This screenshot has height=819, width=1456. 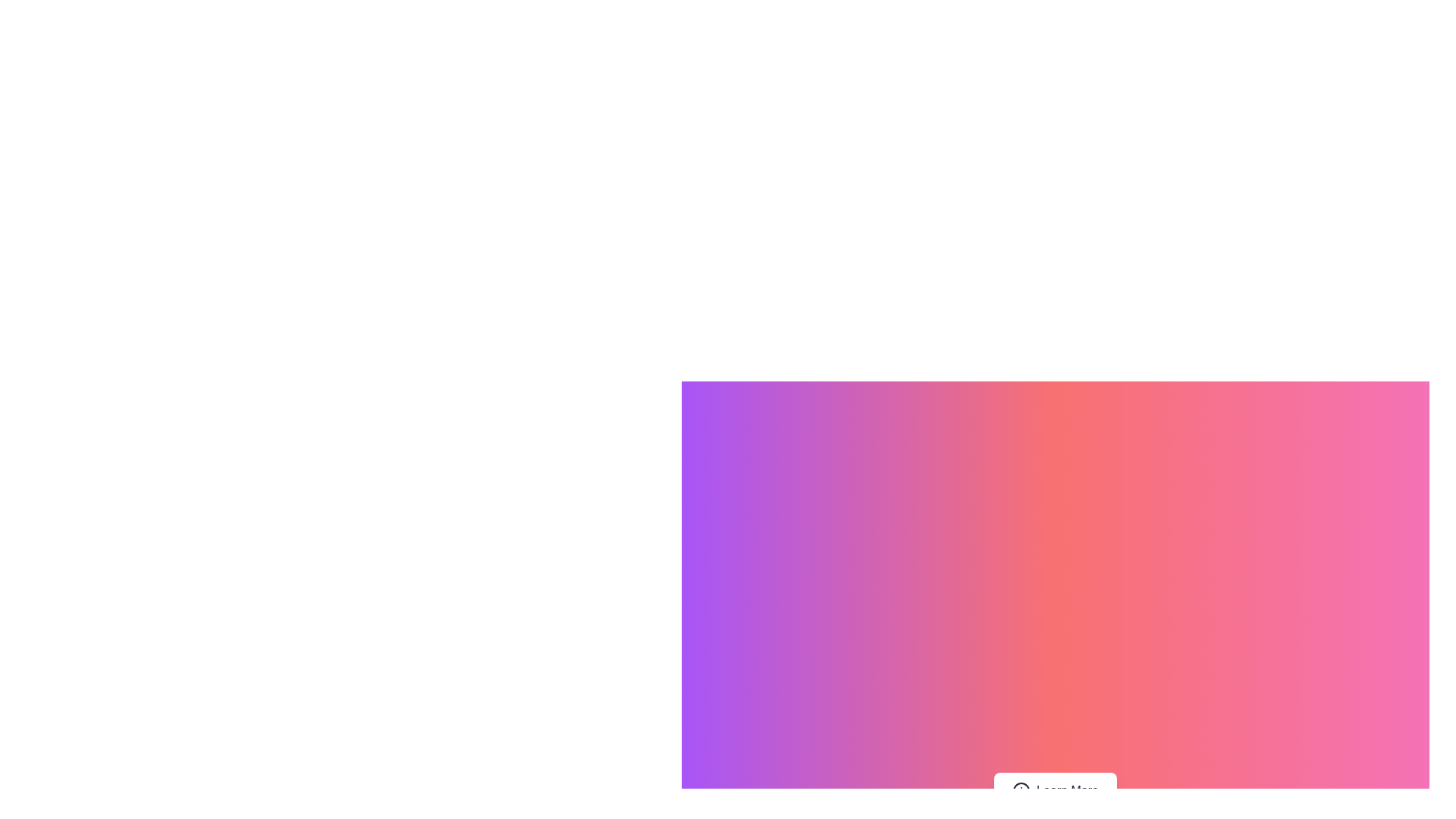 What do you see at coordinates (1066, 789) in the screenshot?
I see `text of the label within the button located in the lower-central region of the interface, positioned to the right of the circular 'info' icon` at bounding box center [1066, 789].